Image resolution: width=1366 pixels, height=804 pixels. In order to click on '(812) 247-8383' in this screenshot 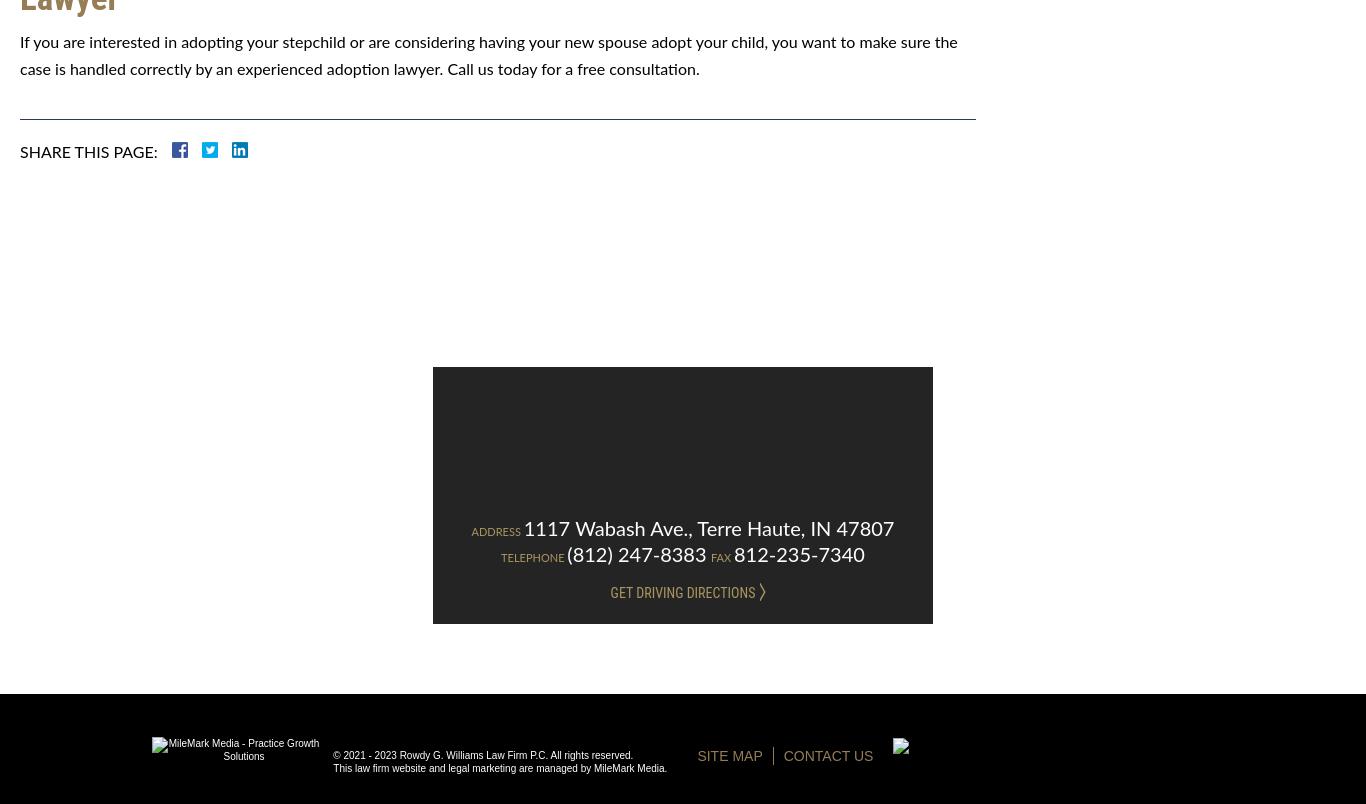, I will do `click(635, 554)`.